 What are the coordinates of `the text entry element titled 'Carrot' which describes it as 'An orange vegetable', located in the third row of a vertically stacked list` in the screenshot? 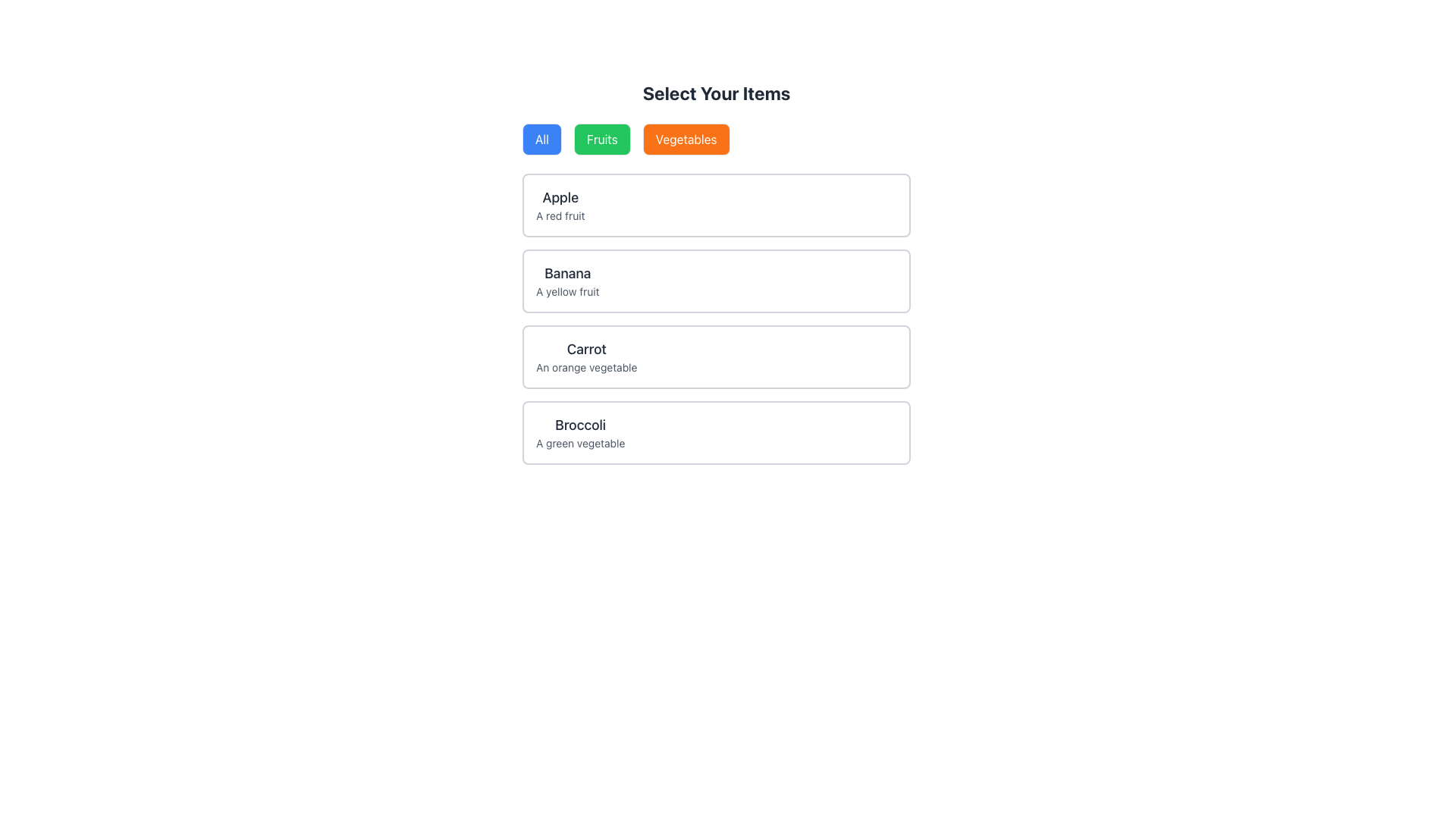 It's located at (585, 356).